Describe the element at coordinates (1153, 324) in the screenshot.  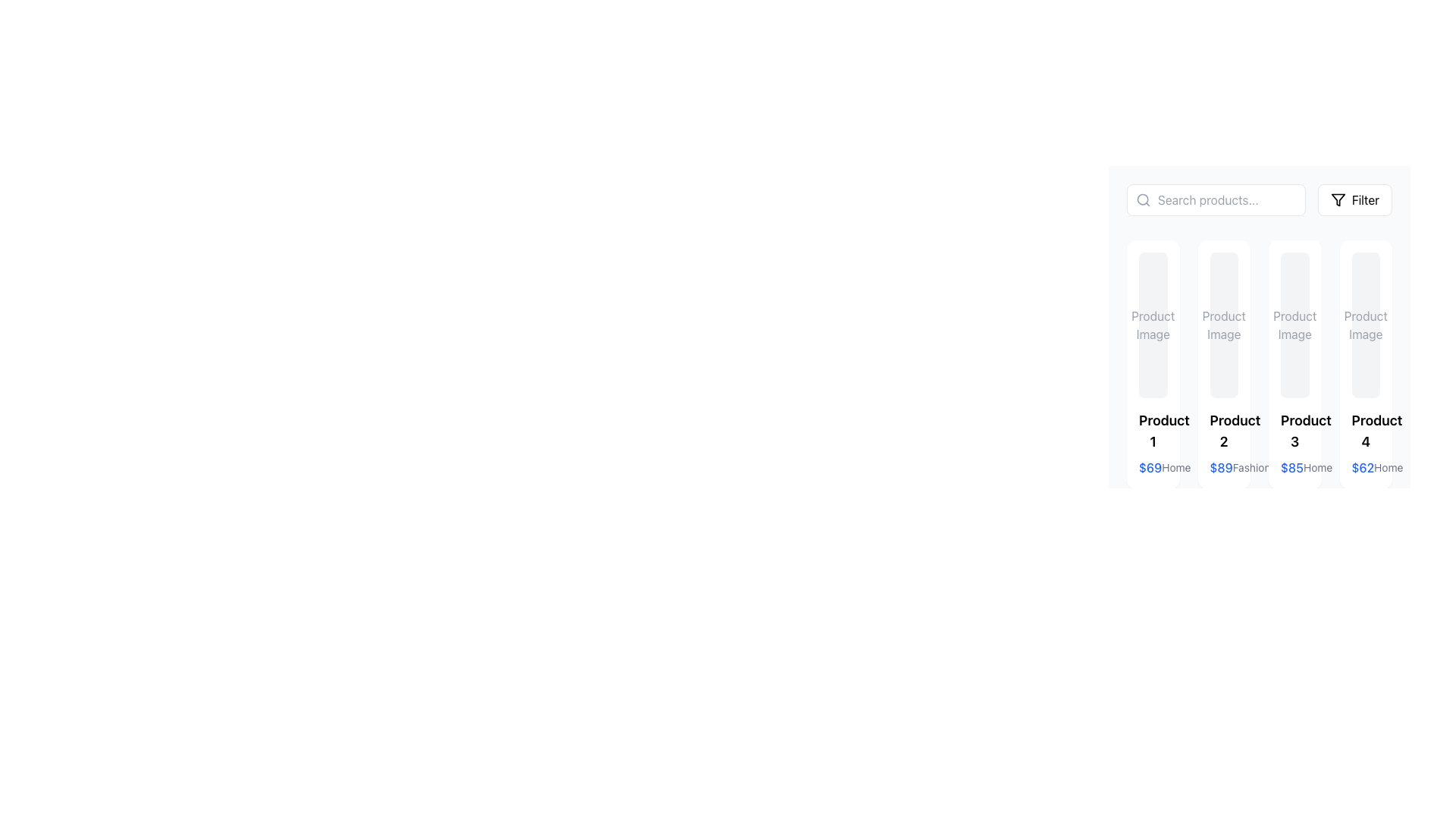
I see `the 'Product Image' placeholder text, which is styled in gray and centered within a rounded rectangular area in the first column of product placeholders` at that location.